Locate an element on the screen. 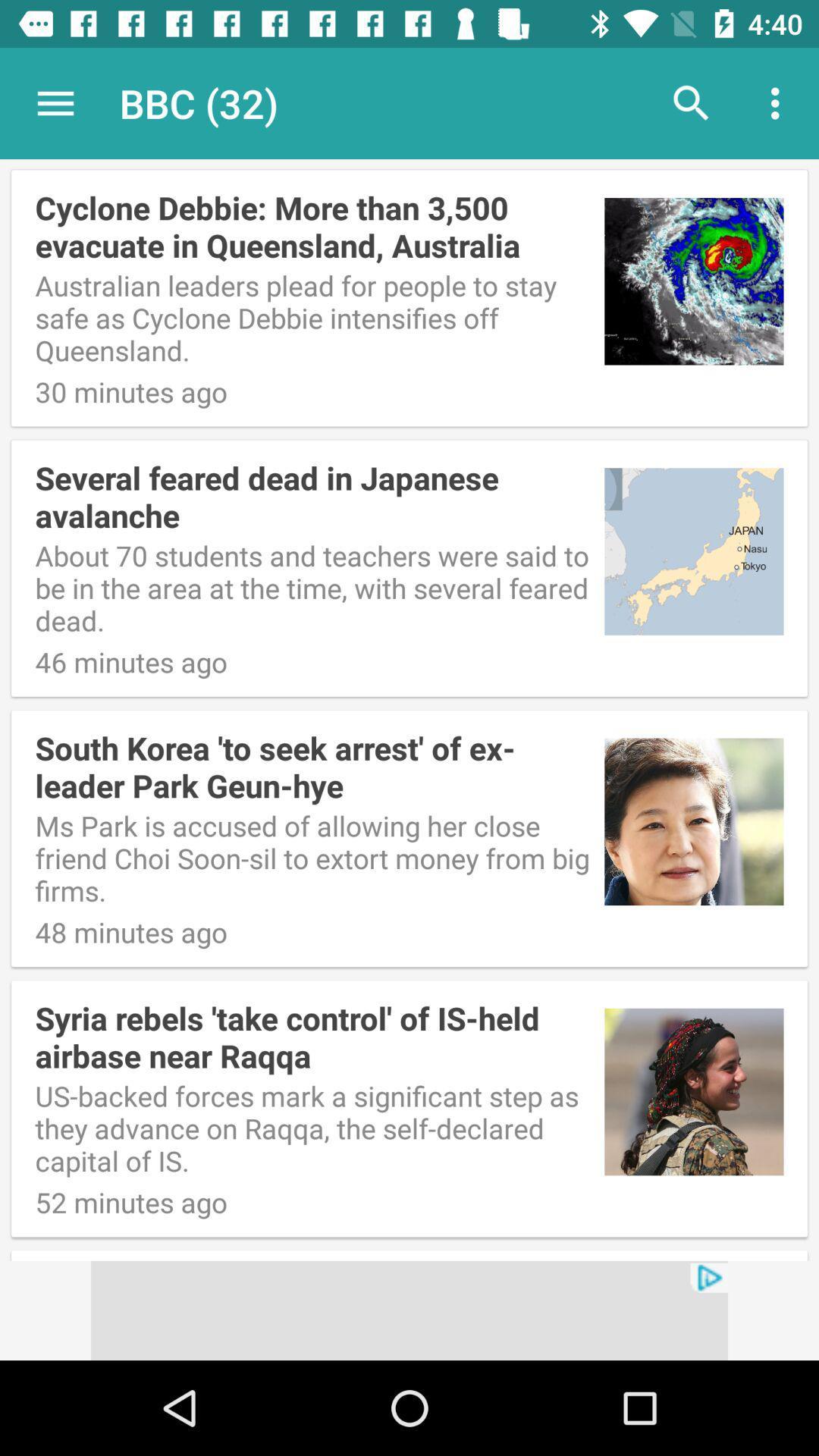 The image size is (819, 1456). app next to the bbc (32) item is located at coordinates (691, 102).